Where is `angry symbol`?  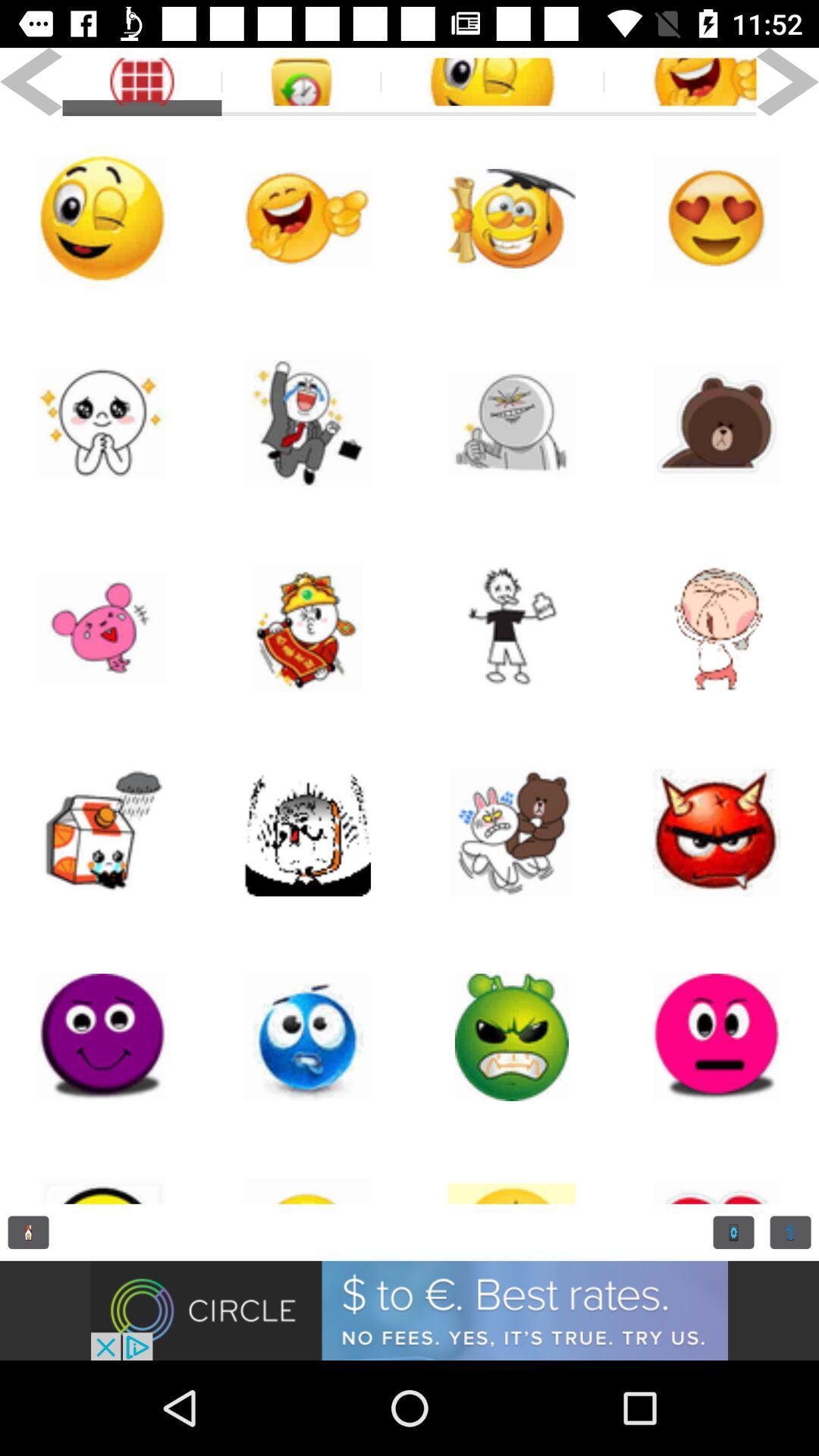 angry symbol is located at coordinates (717, 1037).